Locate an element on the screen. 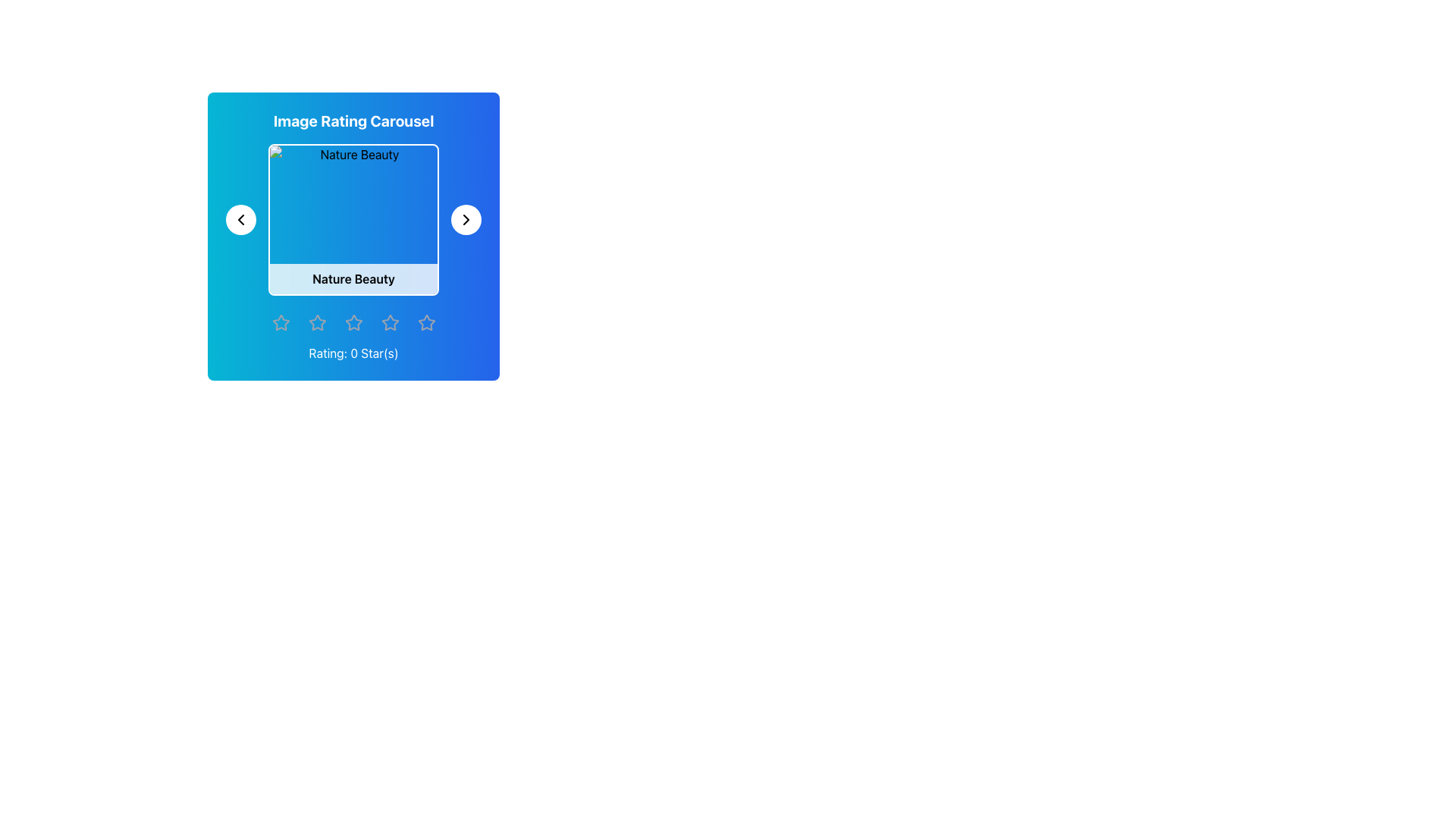  the left arrow icon button, which is styled with a thin black stroke and located inside a circular button with a white background in the upper left section of the carousel UI layout is located at coordinates (240, 219).